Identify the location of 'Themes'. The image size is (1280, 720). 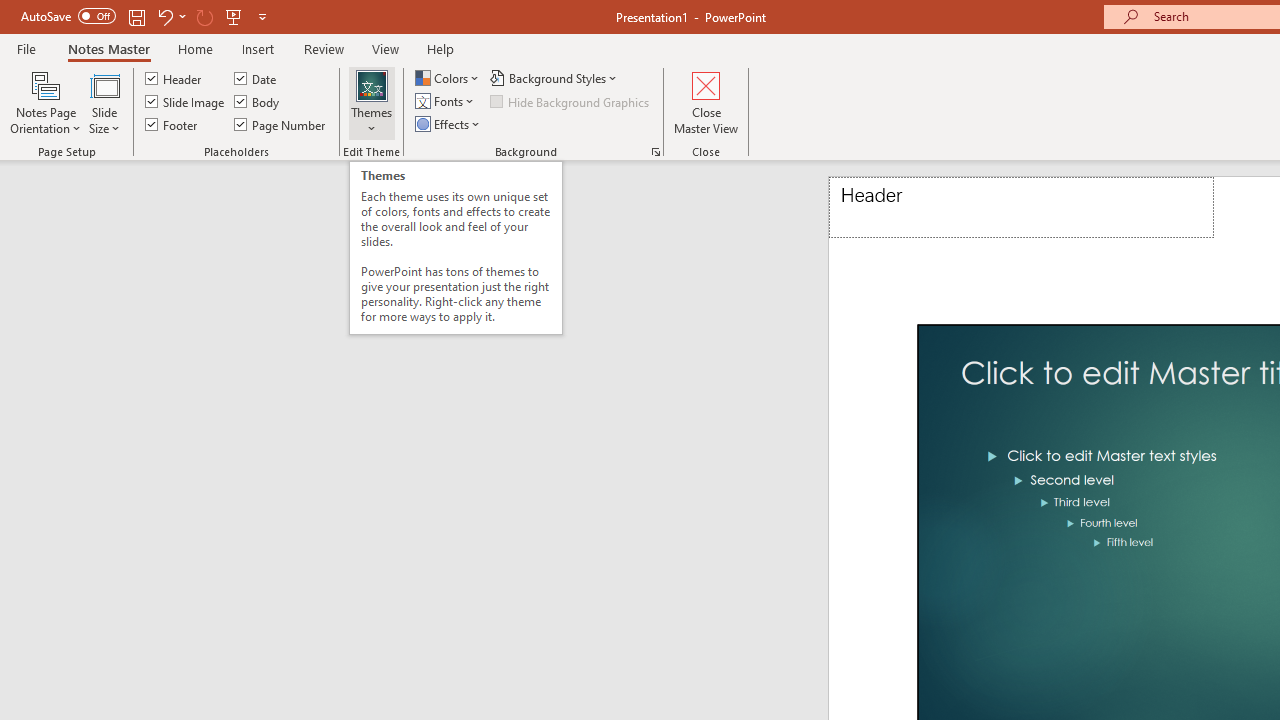
(372, 103).